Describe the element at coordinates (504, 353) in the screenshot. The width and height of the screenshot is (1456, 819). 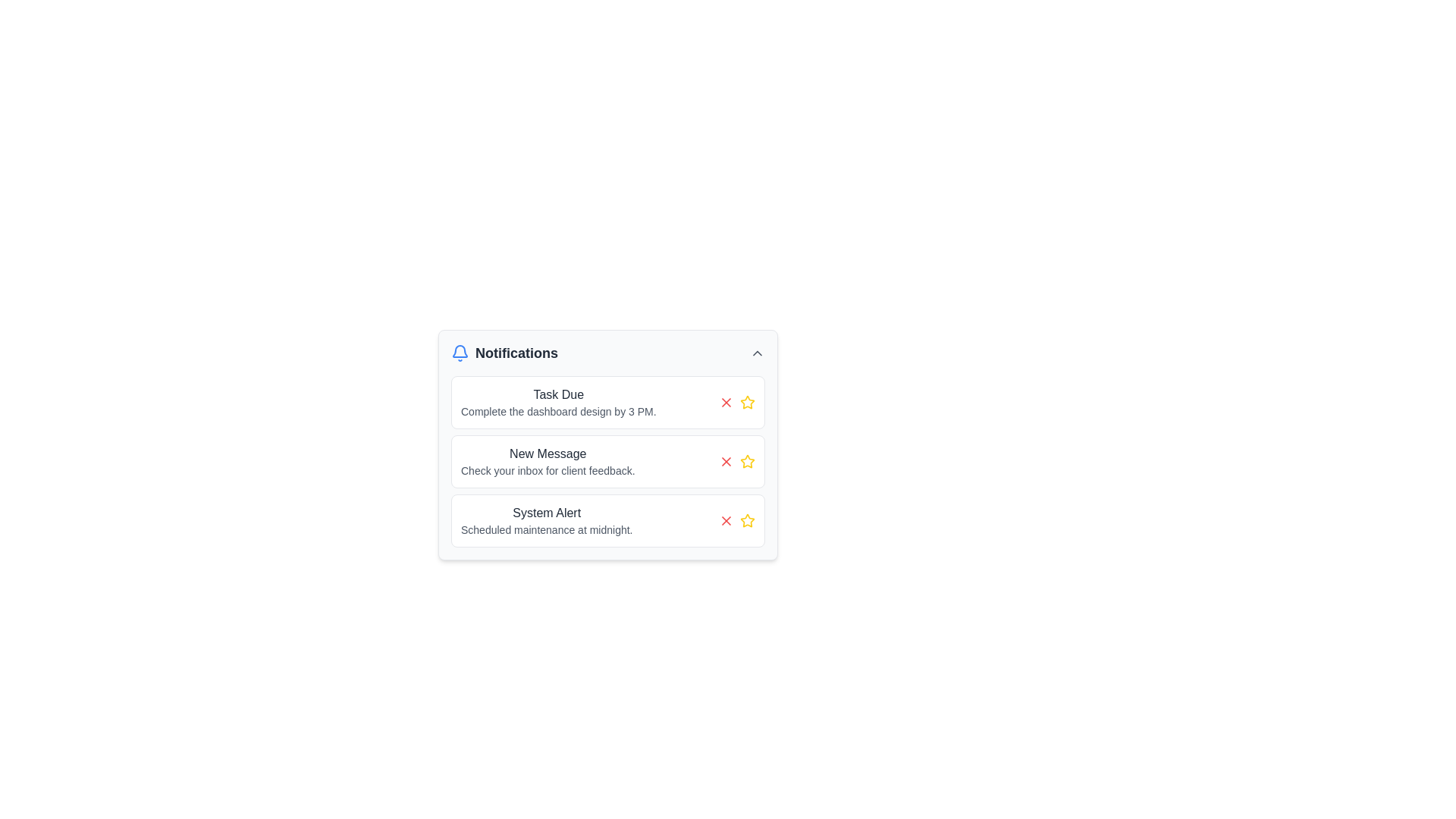
I see `the Text Label that serves as a section title for the notification panel, located next to the bell icon` at that location.